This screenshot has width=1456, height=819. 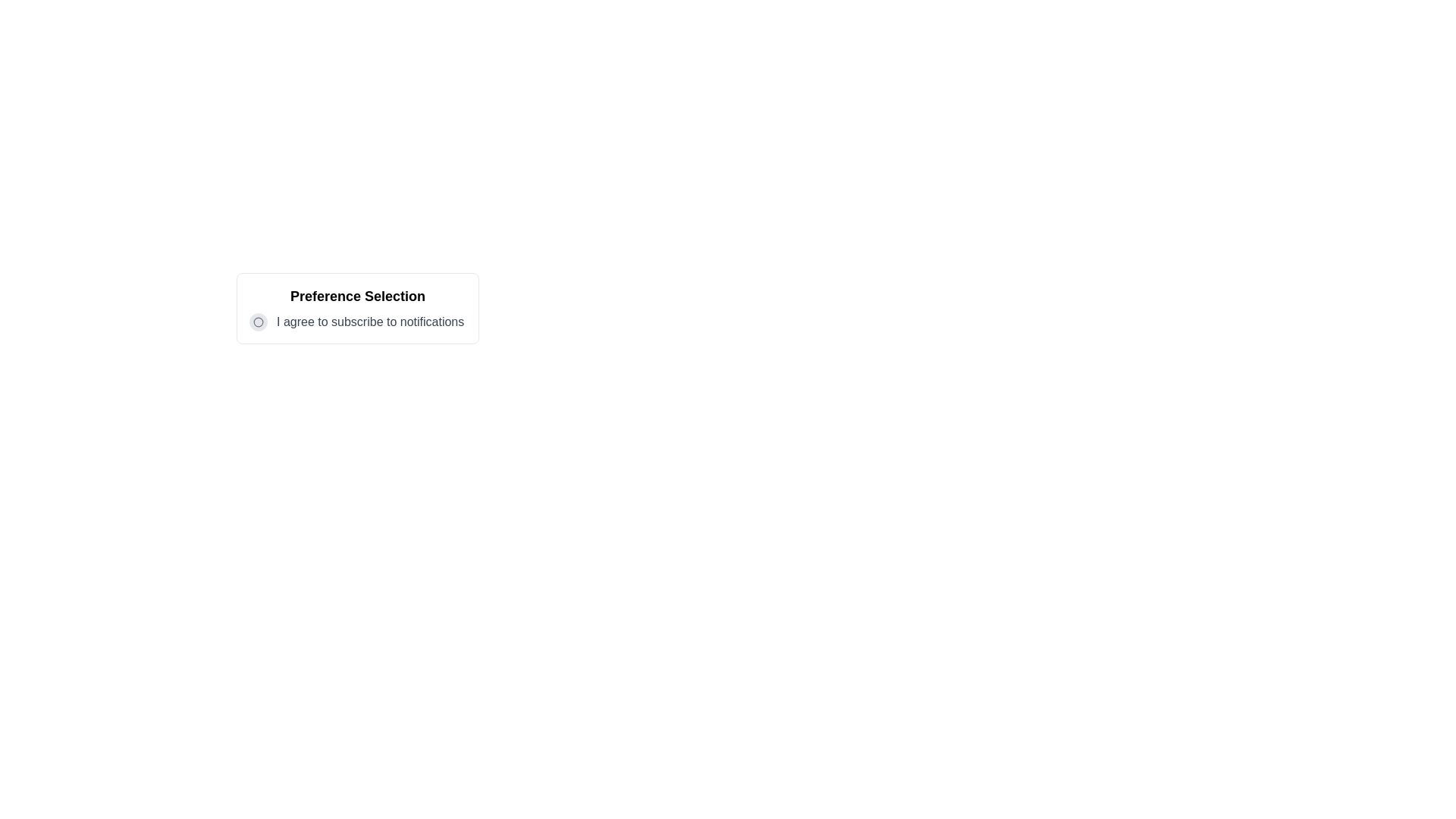 What do you see at coordinates (258, 321) in the screenshot?
I see `the circular checkbox located next to the text 'I agree to subscribe to notifications' within the 'Preference Selection' box` at bounding box center [258, 321].